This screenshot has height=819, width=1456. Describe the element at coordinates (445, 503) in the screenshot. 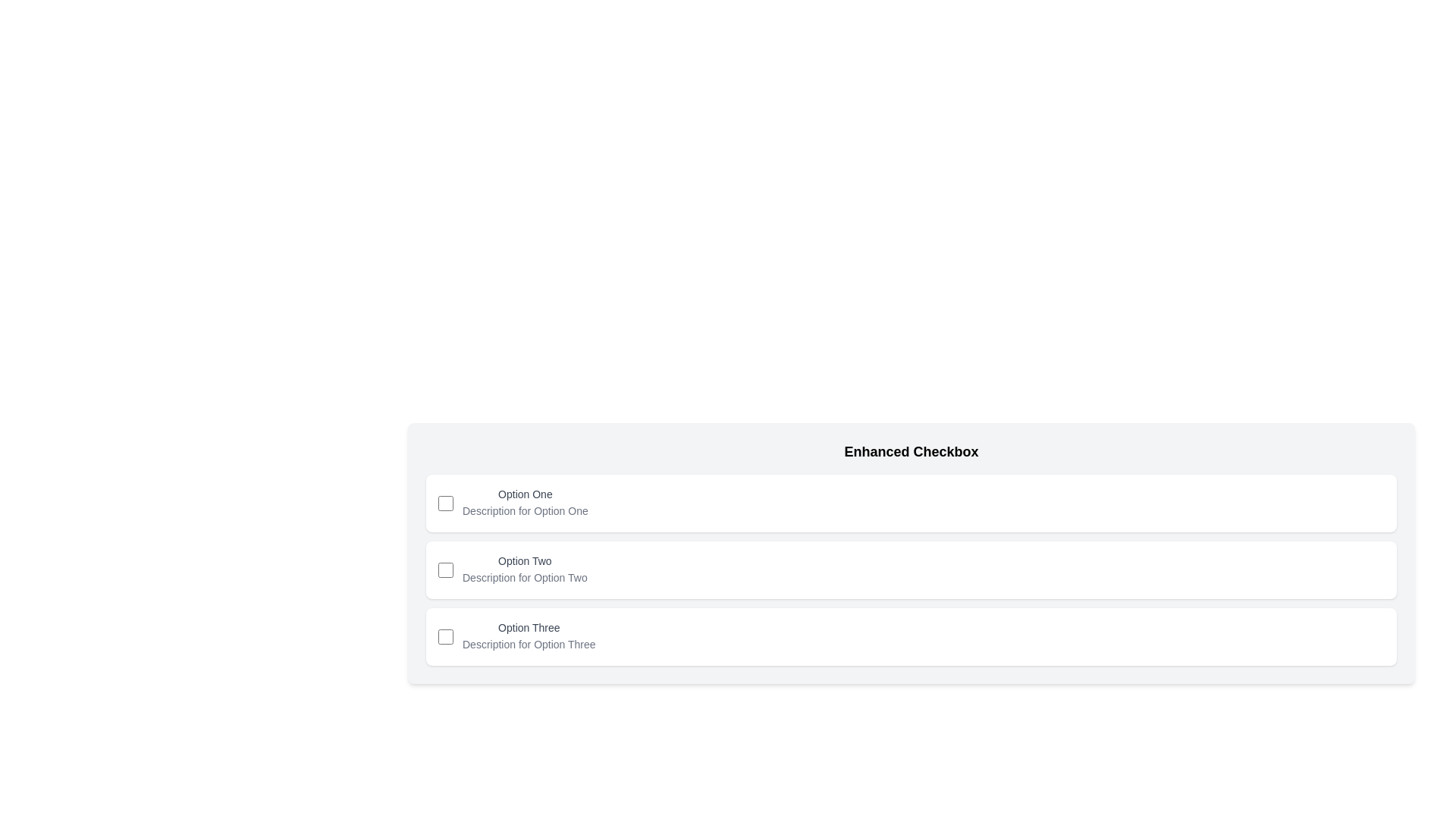

I see `the checkbox` at that location.